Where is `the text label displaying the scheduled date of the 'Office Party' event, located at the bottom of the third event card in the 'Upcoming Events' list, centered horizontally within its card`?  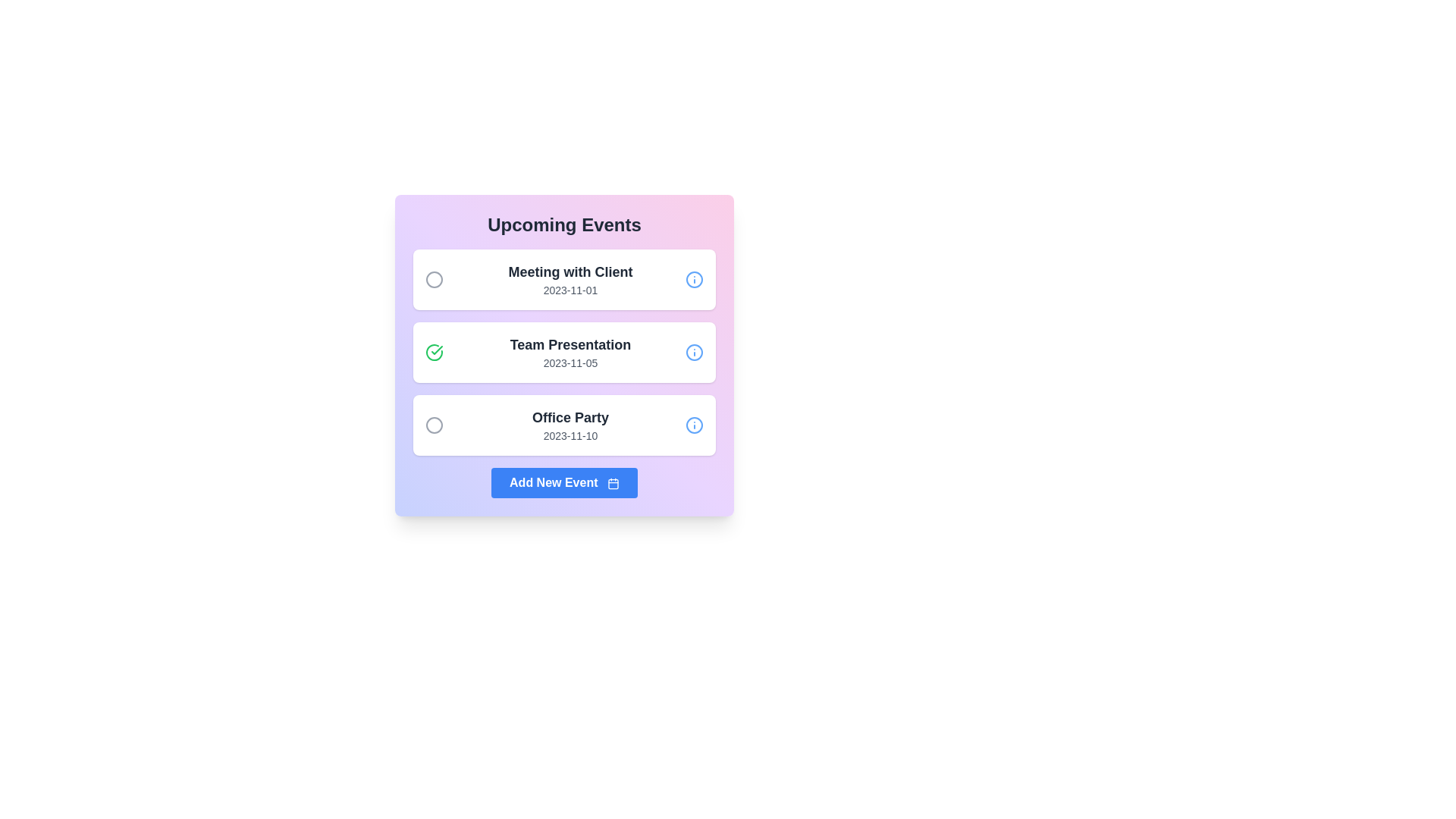 the text label displaying the scheduled date of the 'Office Party' event, located at the bottom of the third event card in the 'Upcoming Events' list, centered horizontally within its card is located at coordinates (570, 435).